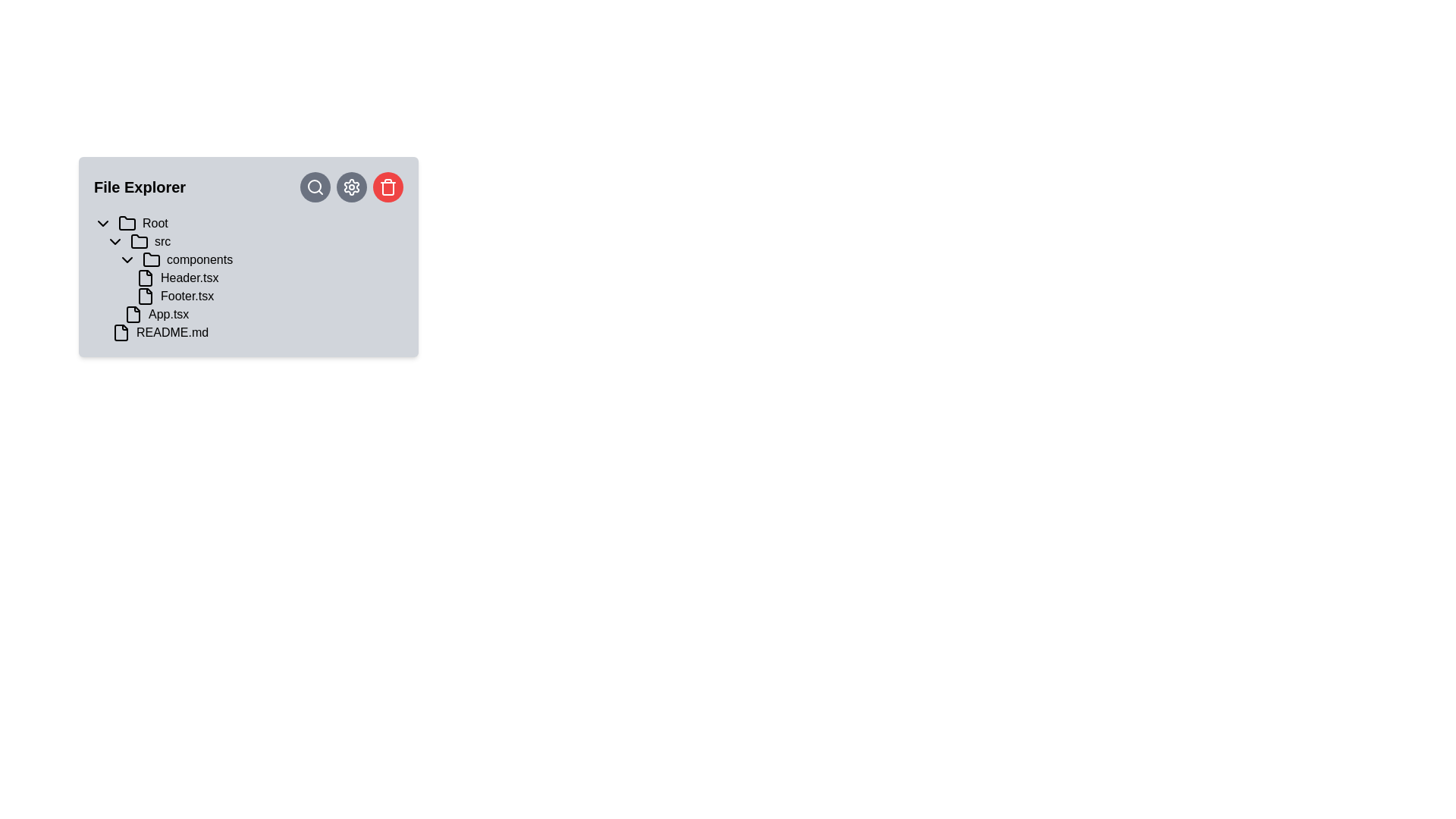 Image resolution: width=1456 pixels, height=819 pixels. What do you see at coordinates (146, 296) in the screenshot?
I see `the file icon resembling a document with a folded corner, located next to the text label 'Footer.tsx' in the 'File Explorer' module` at bounding box center [146, 296].